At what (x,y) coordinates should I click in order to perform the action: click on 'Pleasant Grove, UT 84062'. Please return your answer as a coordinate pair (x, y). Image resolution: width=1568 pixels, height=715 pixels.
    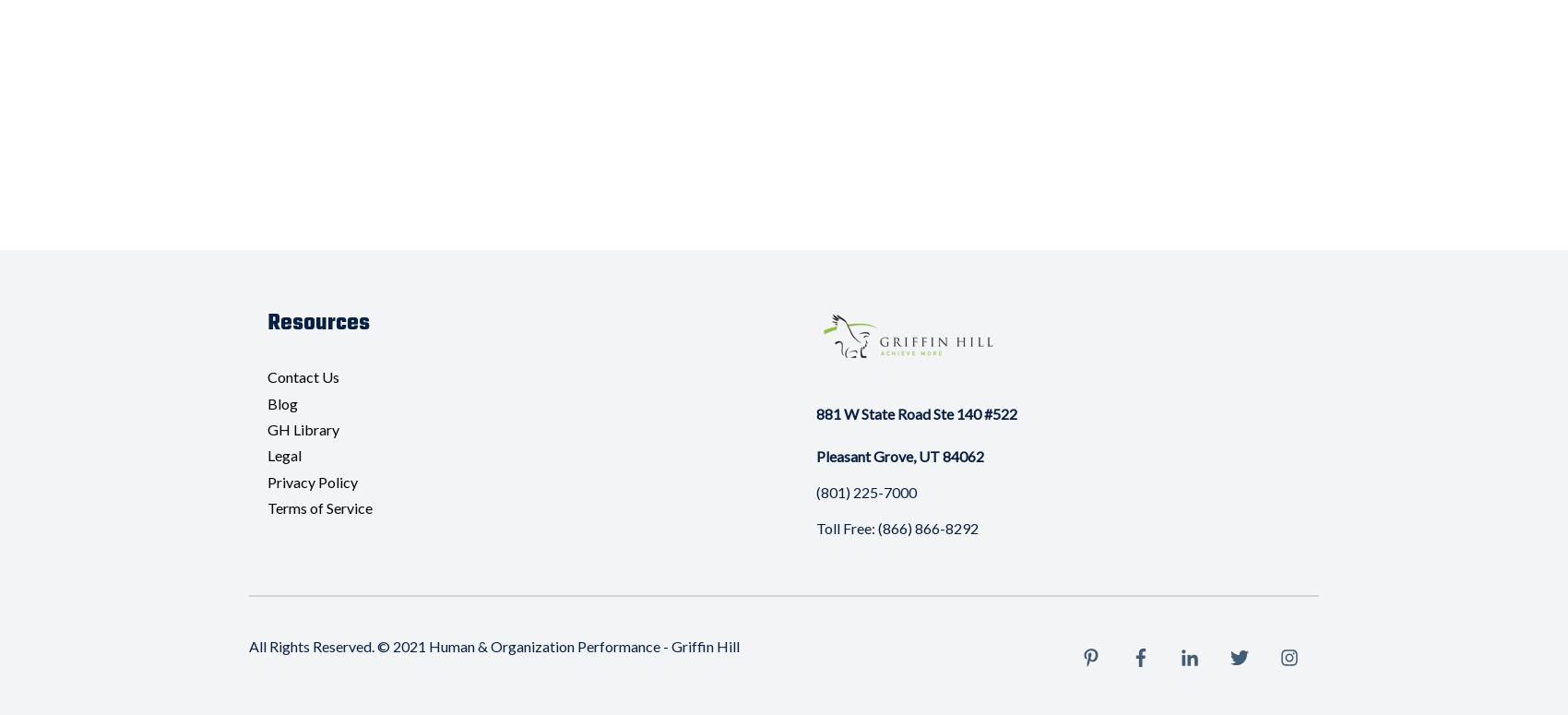
    Looking at the image, I should click on (897, 454).